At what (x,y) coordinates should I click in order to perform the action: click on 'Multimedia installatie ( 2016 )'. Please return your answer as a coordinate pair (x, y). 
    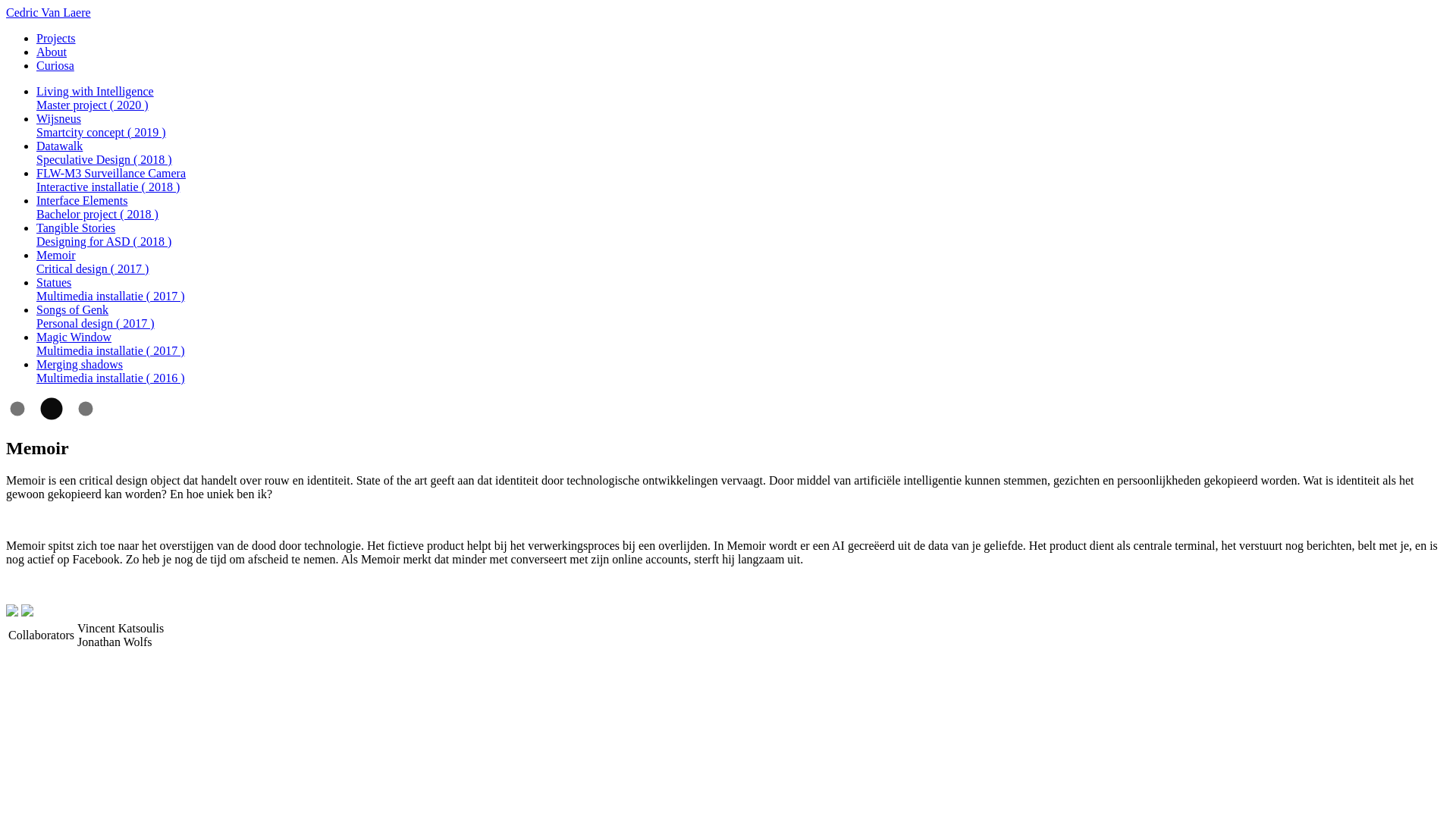
    Looking at the image, I should click on (109, 377).